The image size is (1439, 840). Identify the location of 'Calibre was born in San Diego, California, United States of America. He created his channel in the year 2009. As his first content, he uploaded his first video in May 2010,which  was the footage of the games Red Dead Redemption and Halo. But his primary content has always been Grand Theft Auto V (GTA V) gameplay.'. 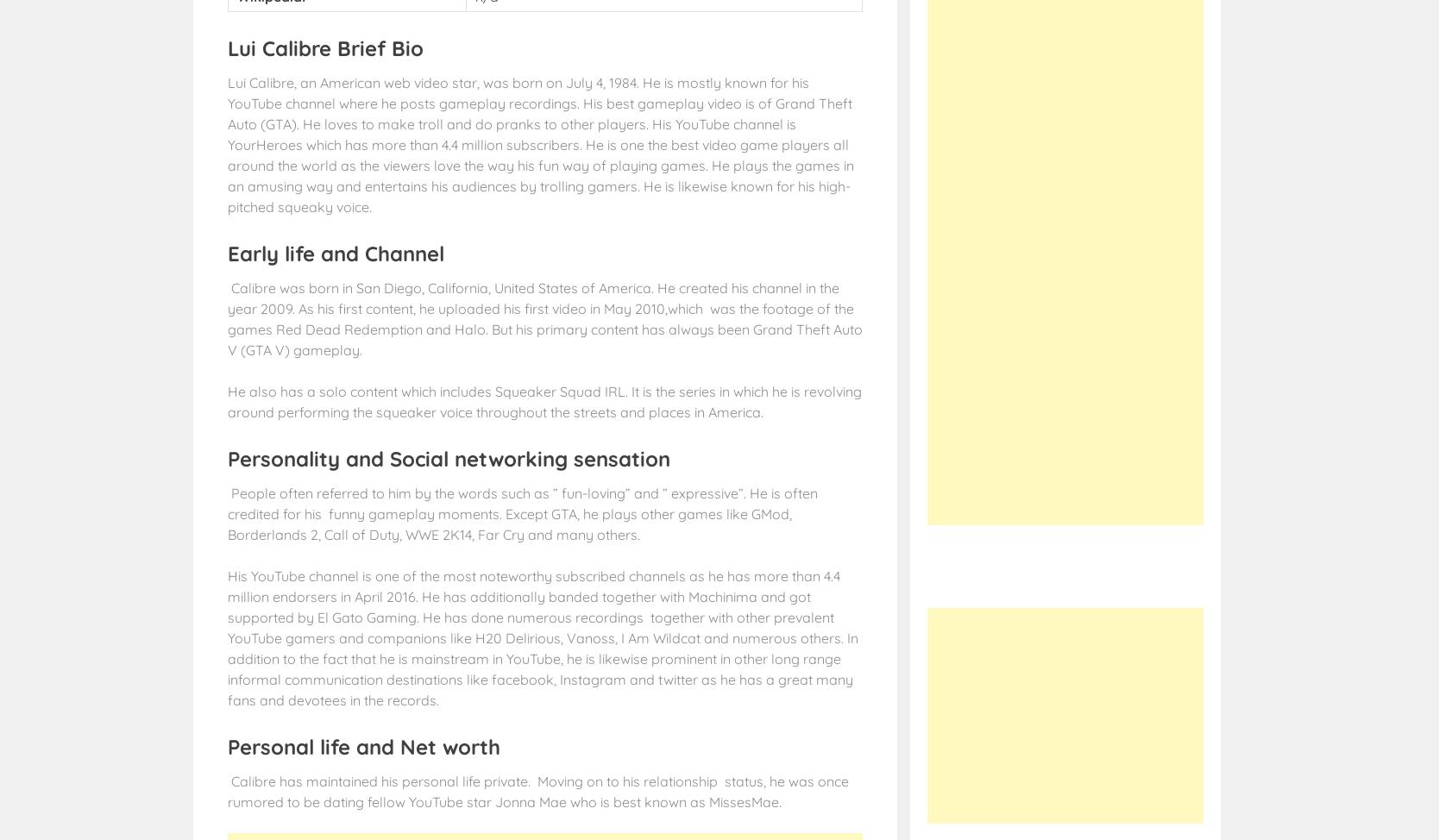
(544, 318).